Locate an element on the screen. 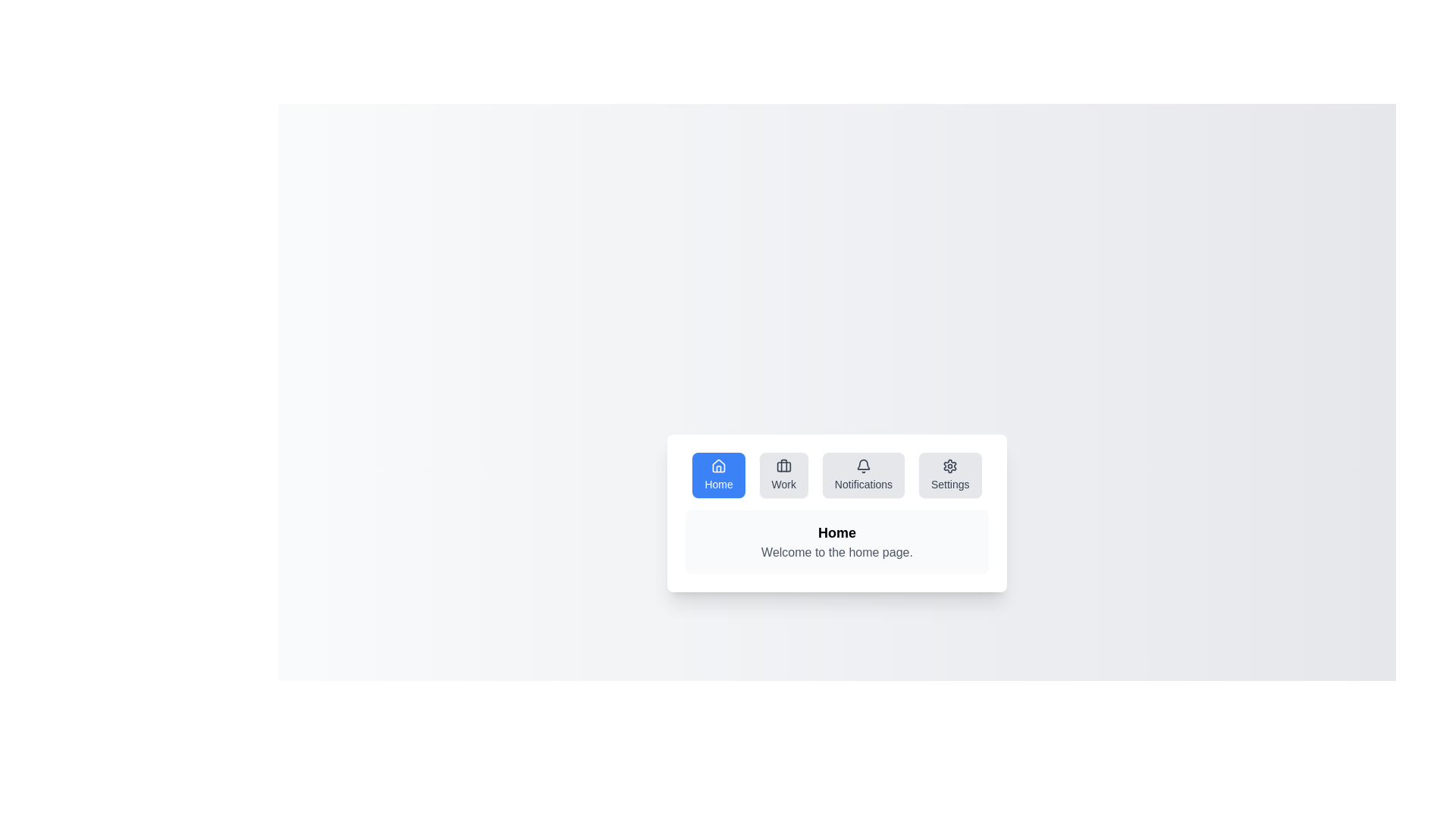  the button labeled 'Work' which is the second button in a horizontal menu bar, located between 'Home' and 'Notifications' is located at coordinates (783, 475).